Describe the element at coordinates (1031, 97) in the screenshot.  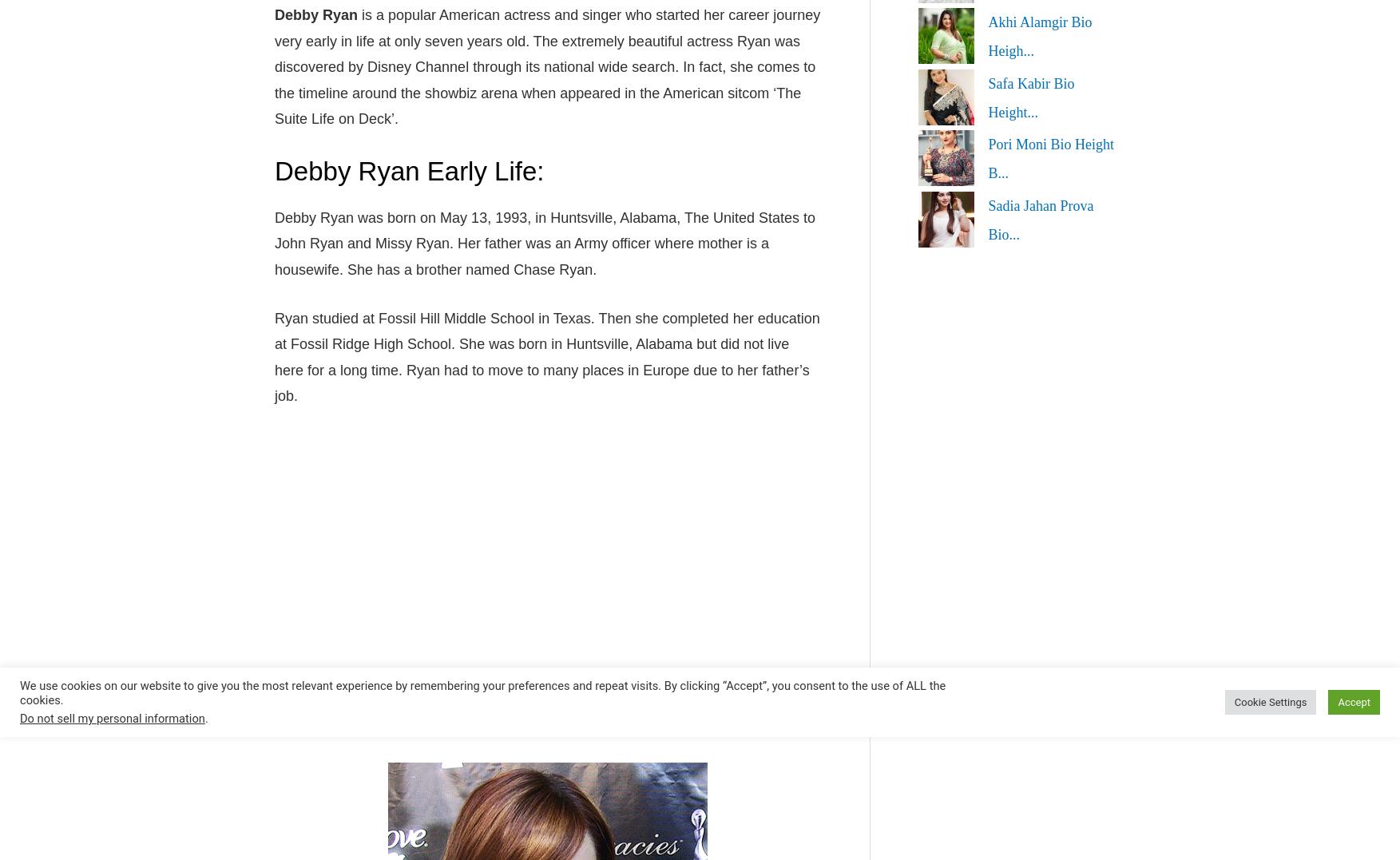
I see `'Safa Kabir Bio Height...'` at that location.